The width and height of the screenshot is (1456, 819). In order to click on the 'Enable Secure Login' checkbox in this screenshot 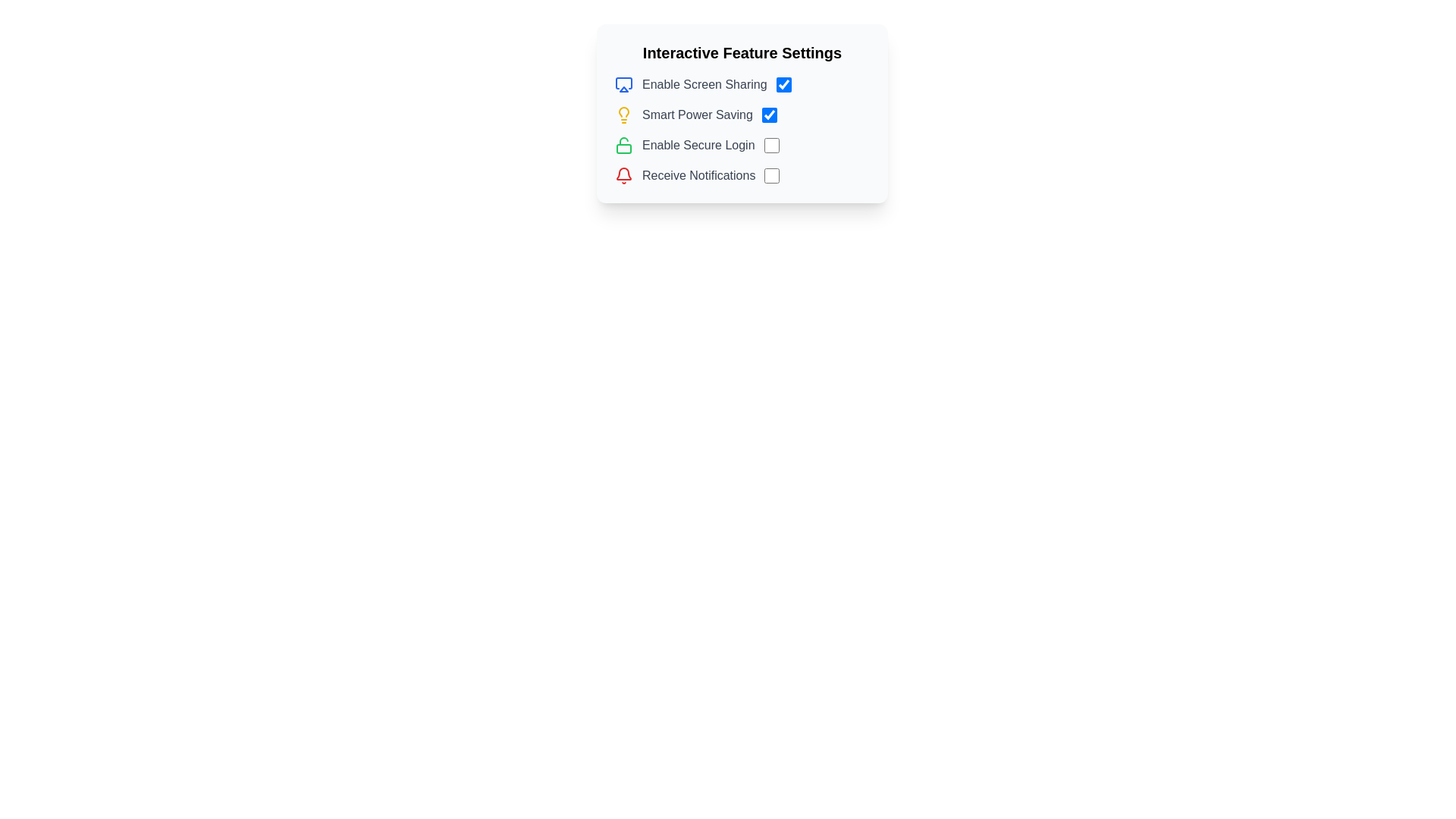, I will do `click(742, 146)`.